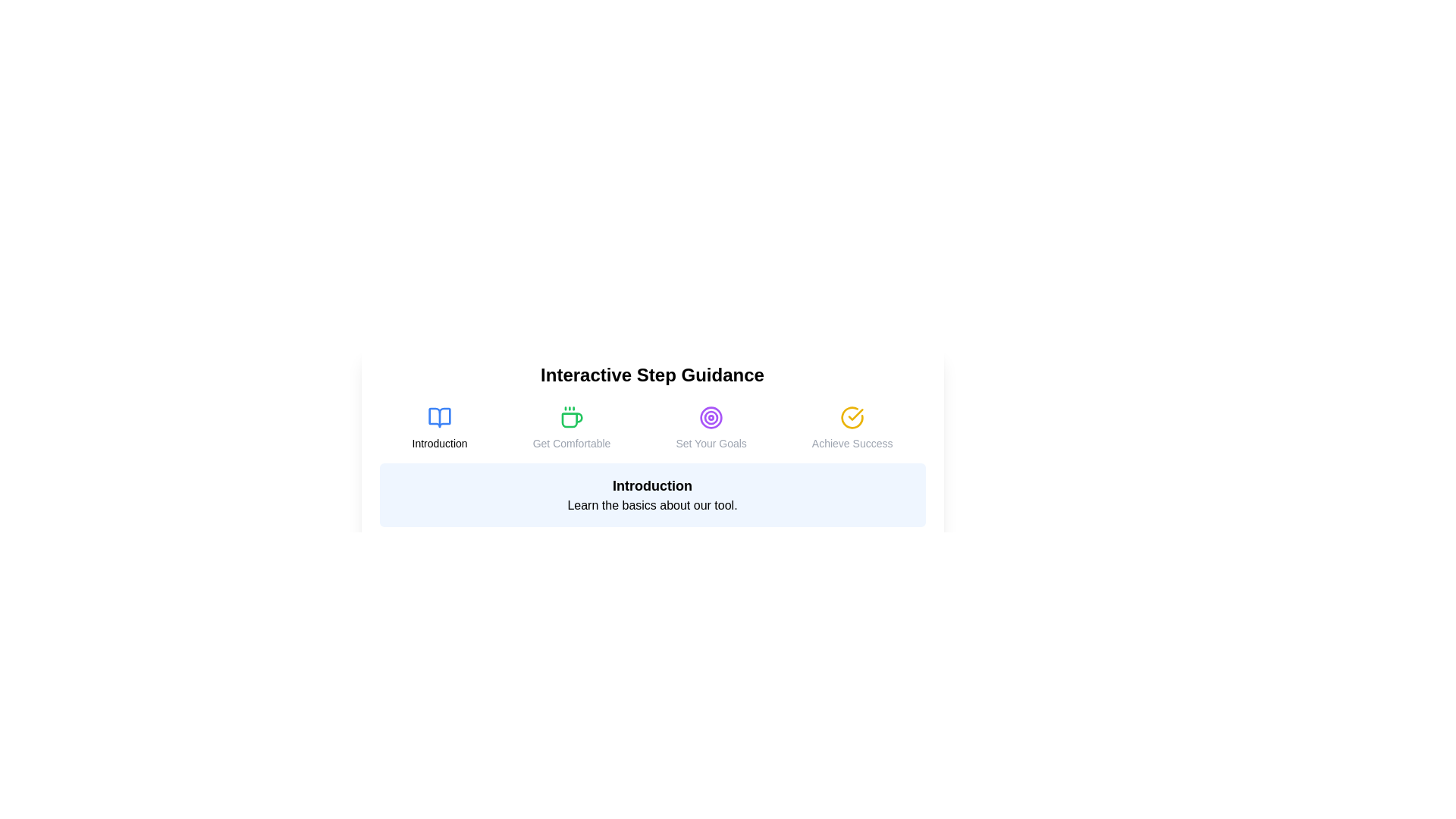 The height and width of the screenshot is (819, 1456). What do you see at coordinates (570, 428) in the screenshot?
I see `the green coffee cup icon labeled 'Get Comfortable'` at bounding box center [570, 428].